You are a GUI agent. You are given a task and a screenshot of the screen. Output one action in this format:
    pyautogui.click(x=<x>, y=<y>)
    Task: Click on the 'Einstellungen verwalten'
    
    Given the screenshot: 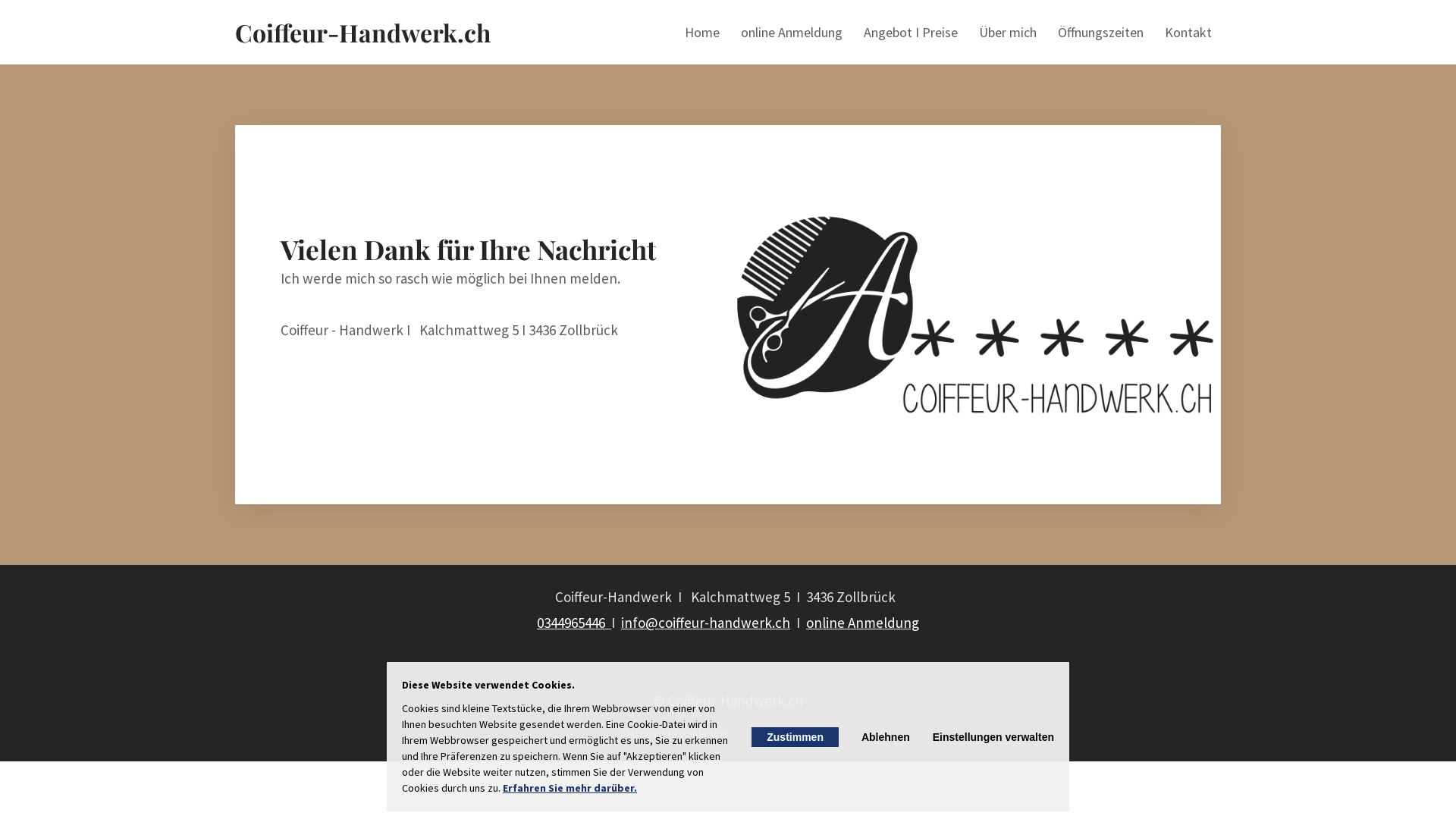 What is the action you would take?
    pyautogui.click(x=993, y=736)
    